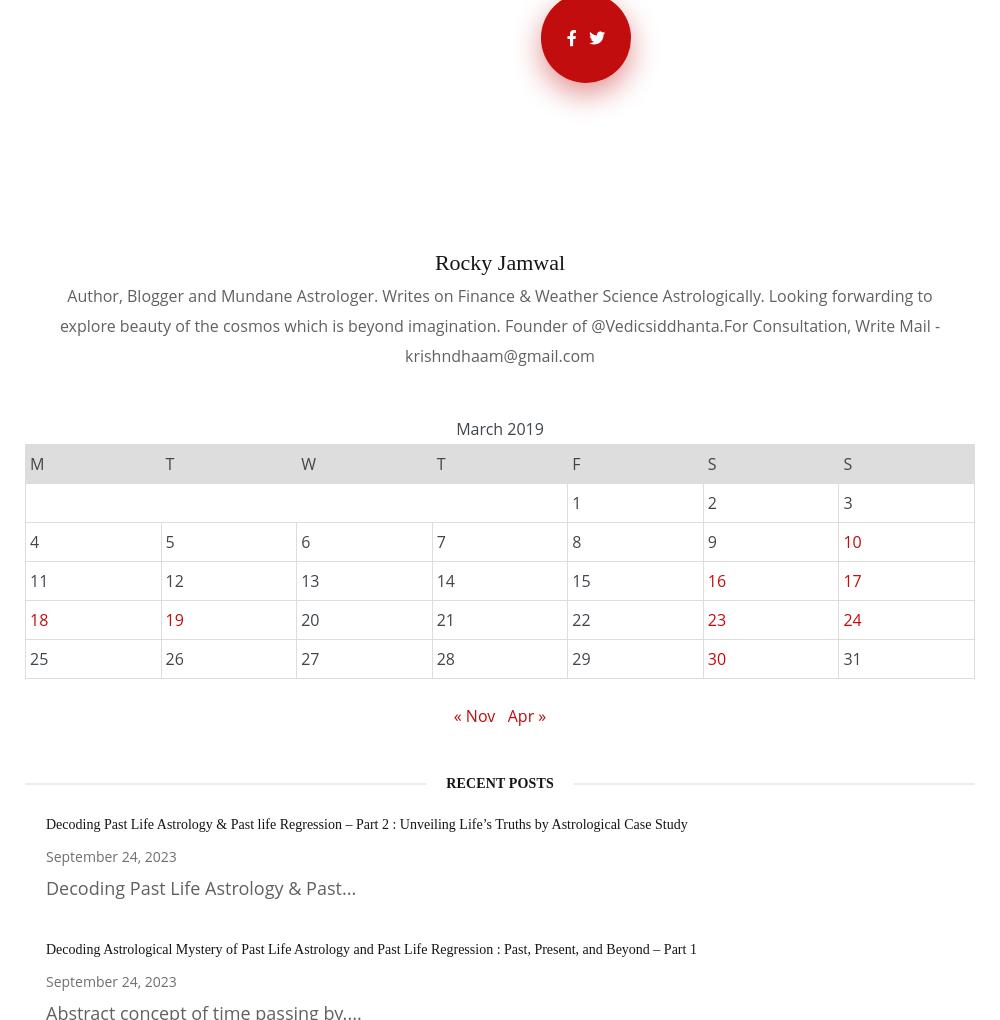 This screenshot has height=1020, width=1000. What do you see at coordinates (580, 658) in the screenshot?
I see `'29'` at bounding box center [580, 658].